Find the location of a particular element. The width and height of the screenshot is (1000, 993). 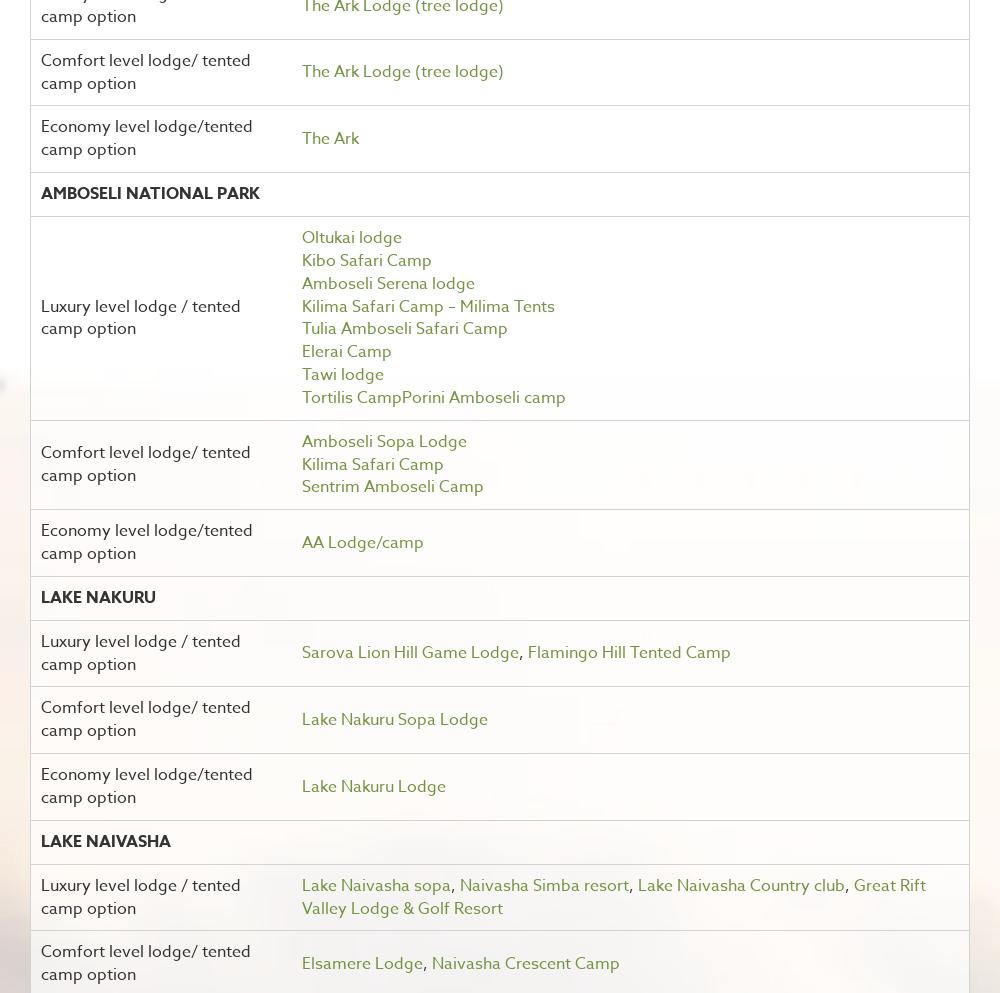

'Sarova Lion Hill Game Lodge' is located at coordinates (409, 652).